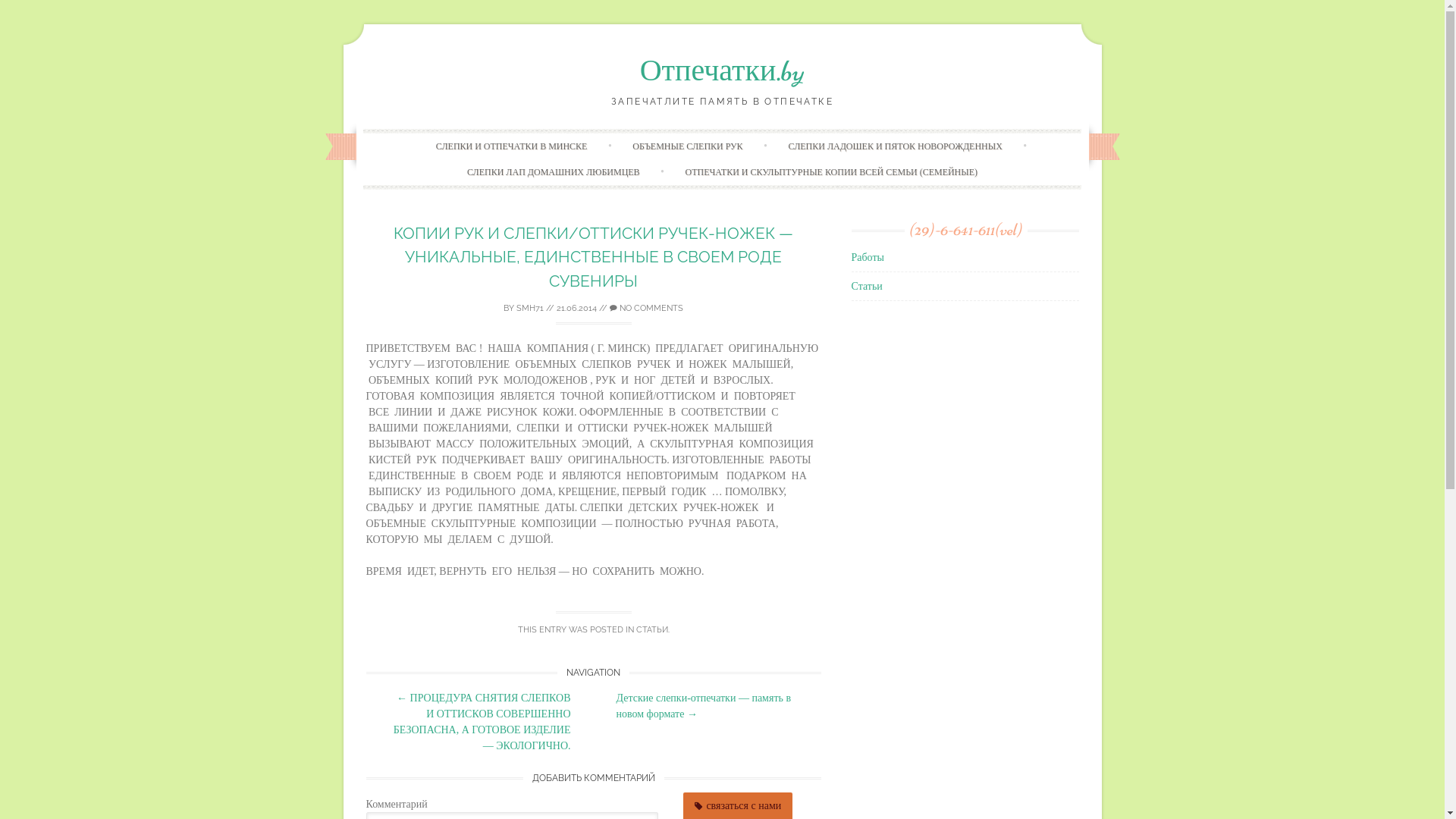 The width and height of the screenshot is (1456, 819). I want to click on '21.06.2014', so click(576, 307).